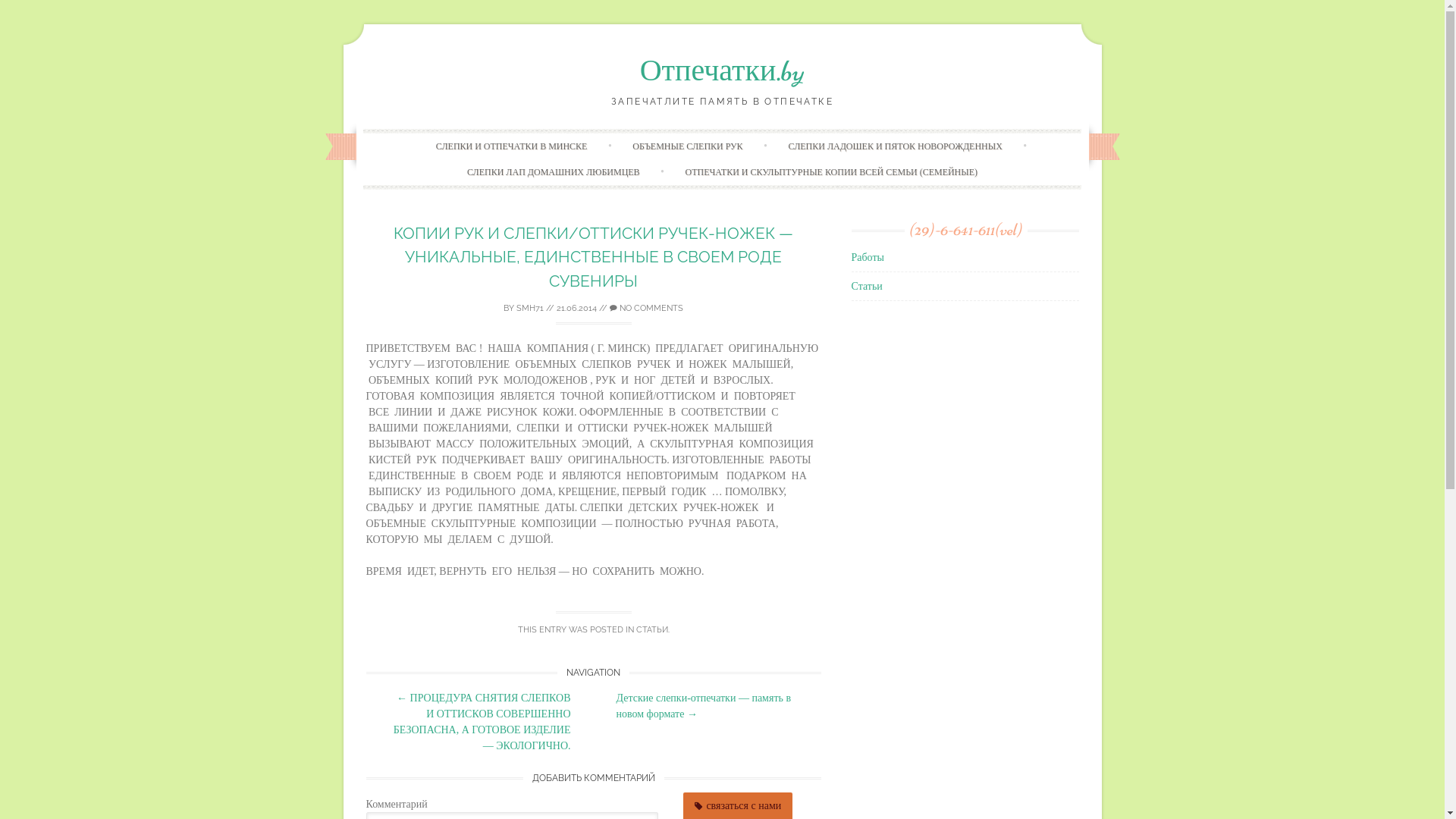 The width and height of the screenshot is (1456, 819). I want to click on '21.06.2014', so click(576, 307).